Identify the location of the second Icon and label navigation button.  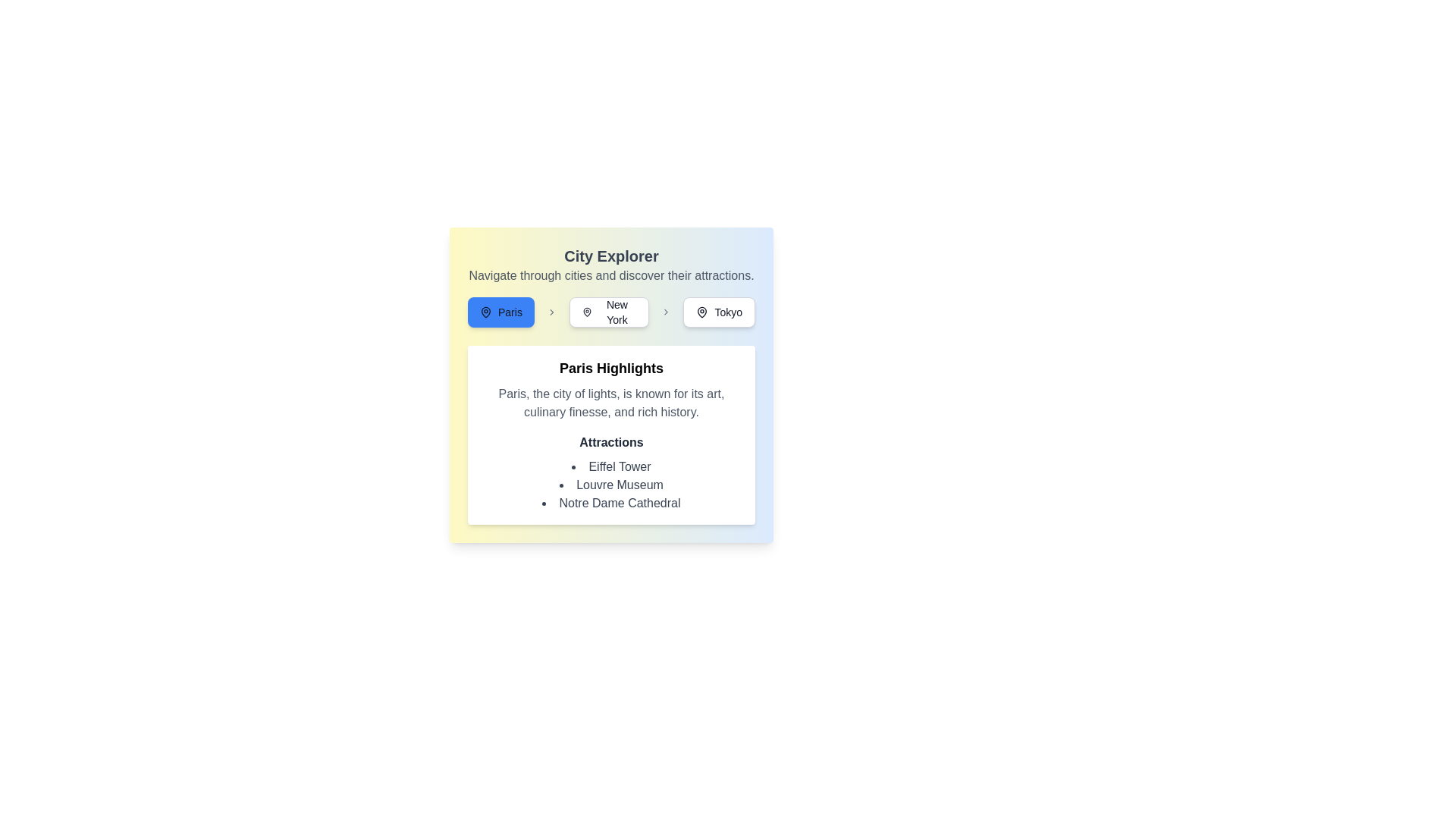
(585, 312).